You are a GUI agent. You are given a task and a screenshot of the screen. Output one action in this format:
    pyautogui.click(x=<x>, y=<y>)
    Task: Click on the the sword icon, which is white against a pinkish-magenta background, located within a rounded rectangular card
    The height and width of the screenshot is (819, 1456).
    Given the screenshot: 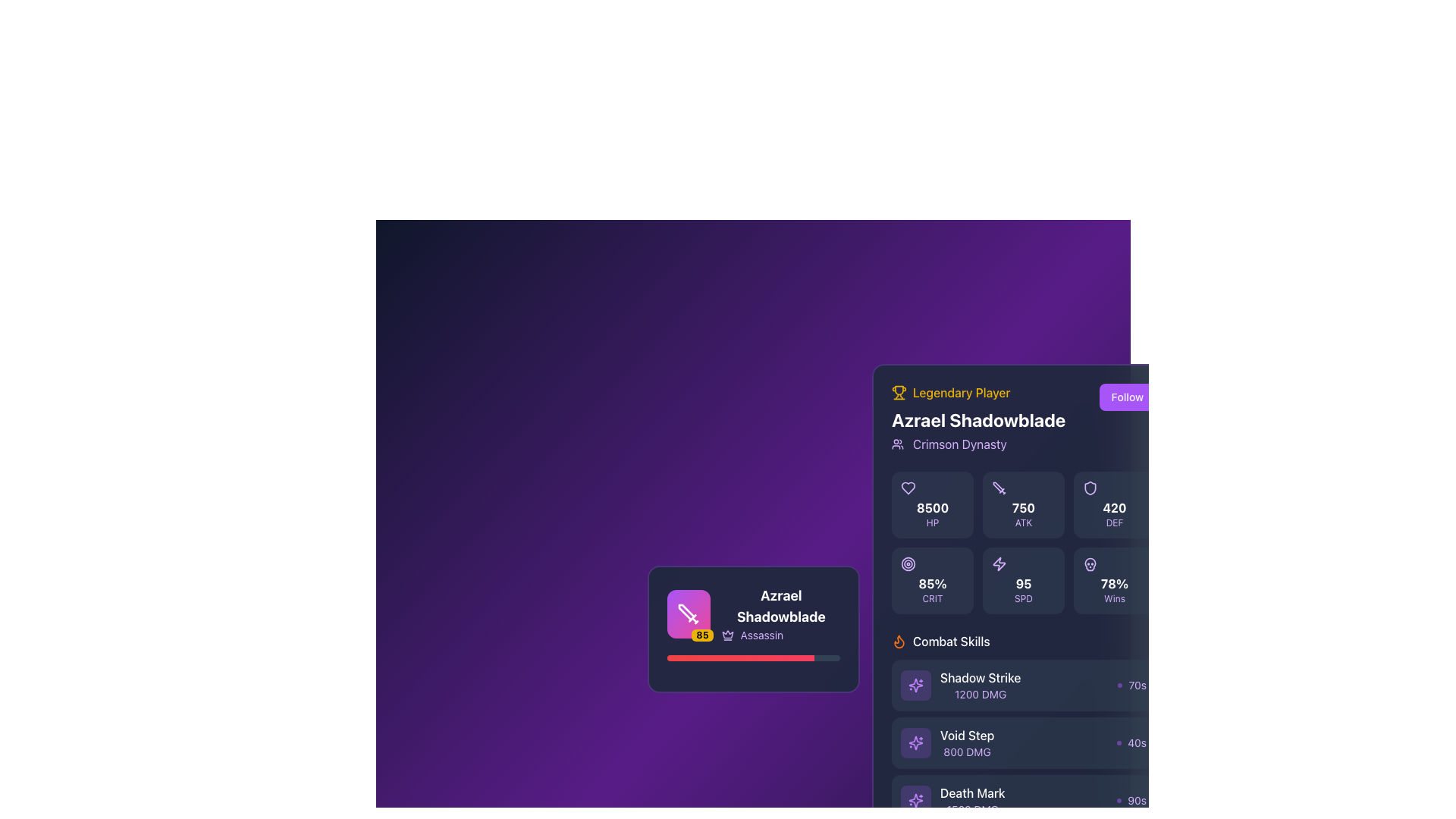 What is the action you would take?
    pyautogui.click(x=687, y=614)
    